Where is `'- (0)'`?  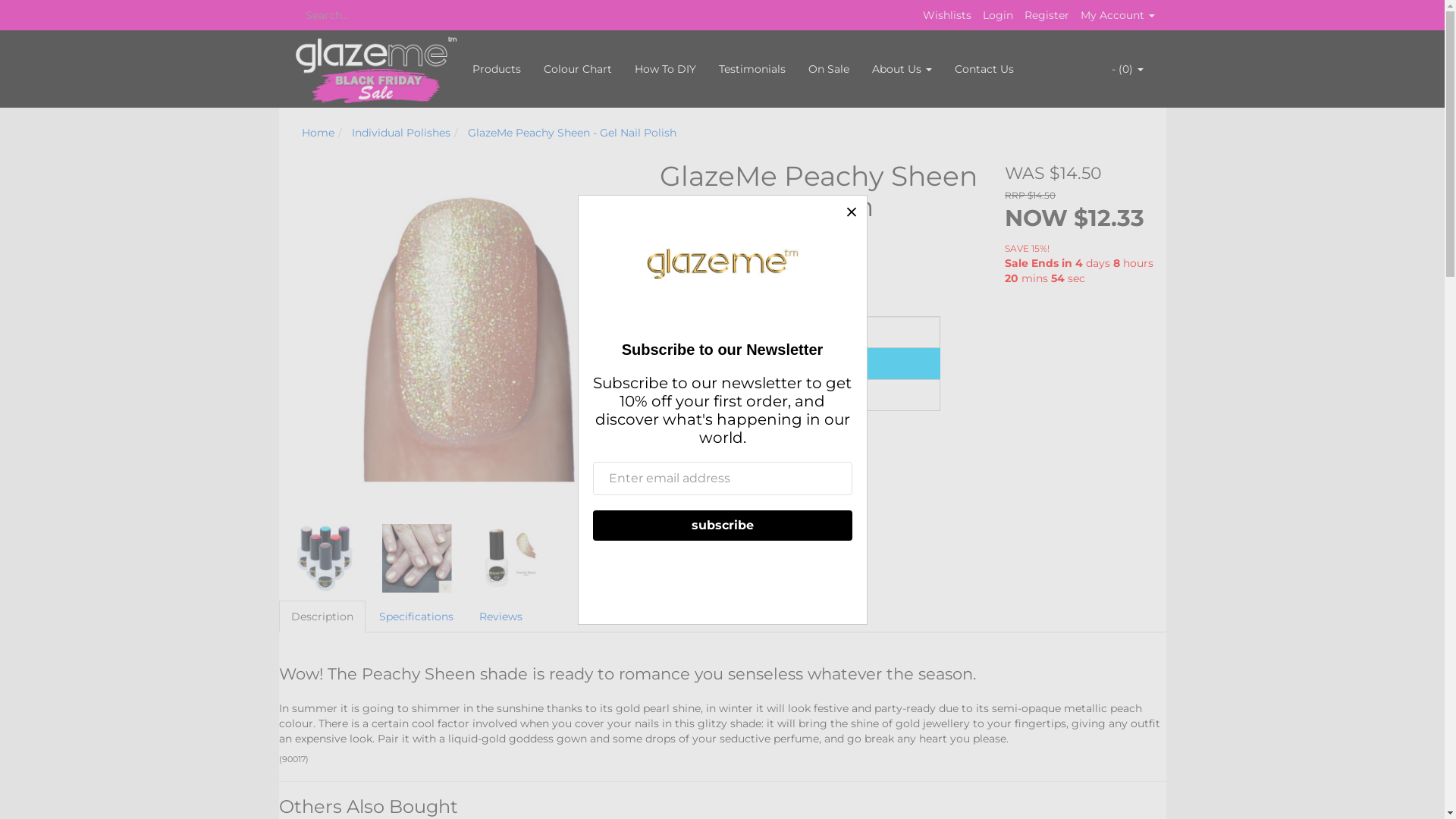 '- (0)' is located at coordinates (1127, 69).